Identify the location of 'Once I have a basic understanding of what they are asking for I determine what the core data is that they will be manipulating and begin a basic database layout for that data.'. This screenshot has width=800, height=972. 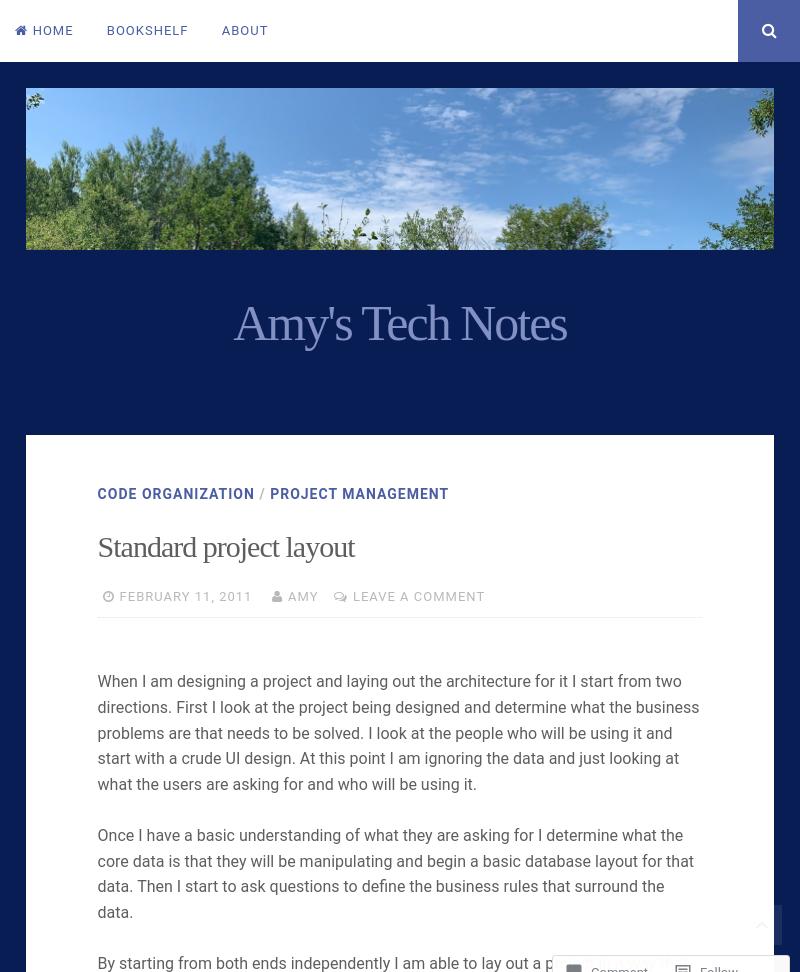
(394, 860).